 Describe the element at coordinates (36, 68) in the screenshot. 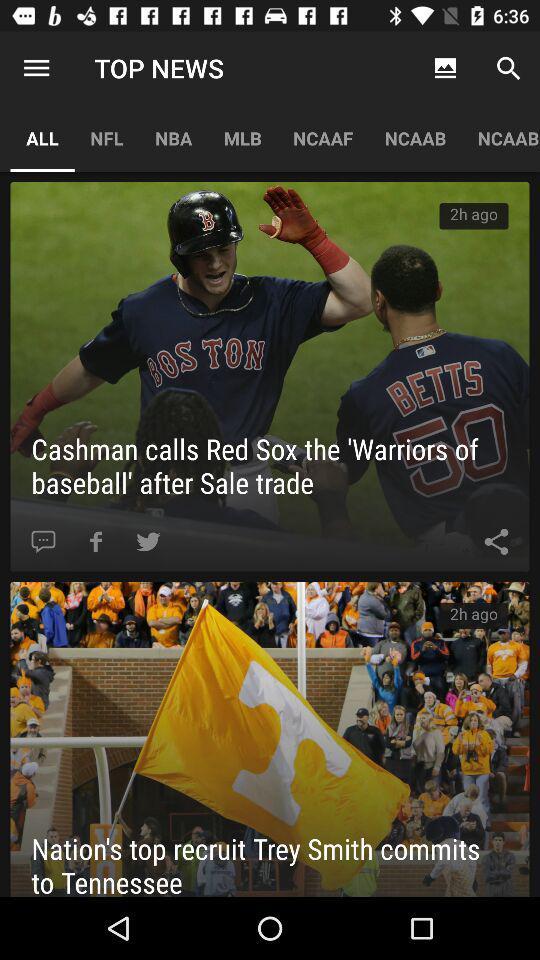

I see `the app above all icon` at that location.